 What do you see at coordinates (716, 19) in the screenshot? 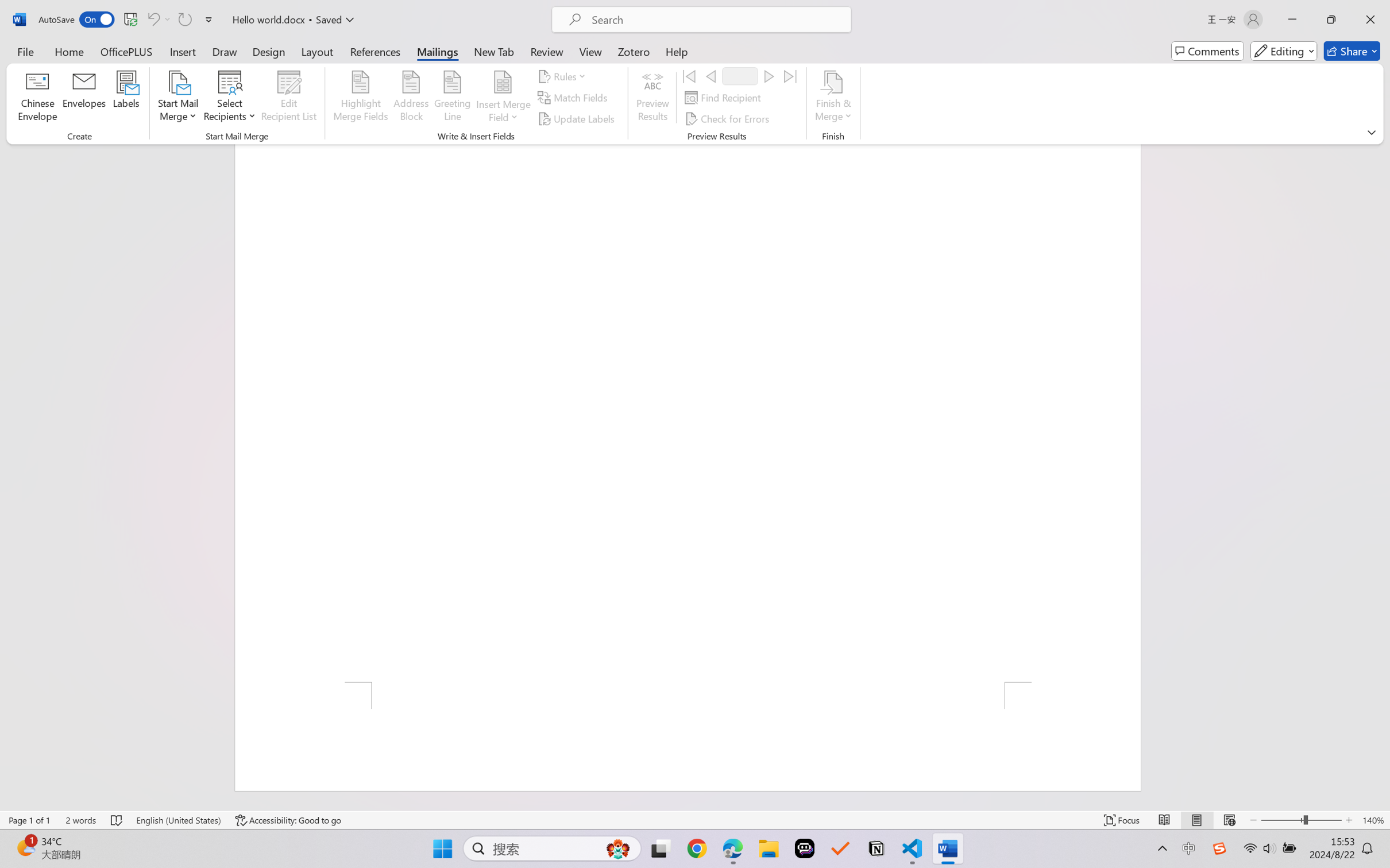
I see `'Microsoft search'` at bounding box center [716, 19].